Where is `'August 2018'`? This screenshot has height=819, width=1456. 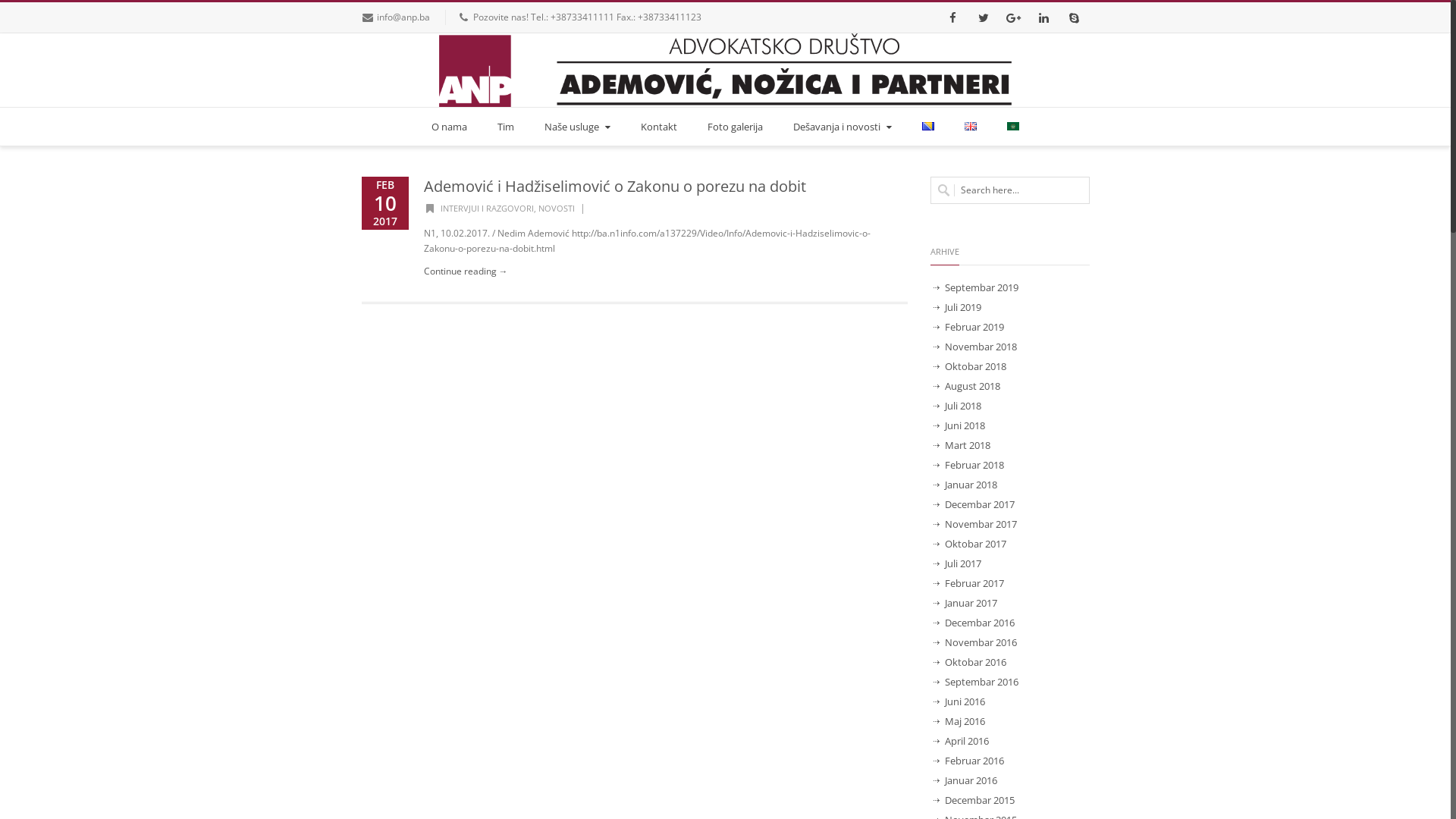
'August 2018' is located at coordinates (966, 385).